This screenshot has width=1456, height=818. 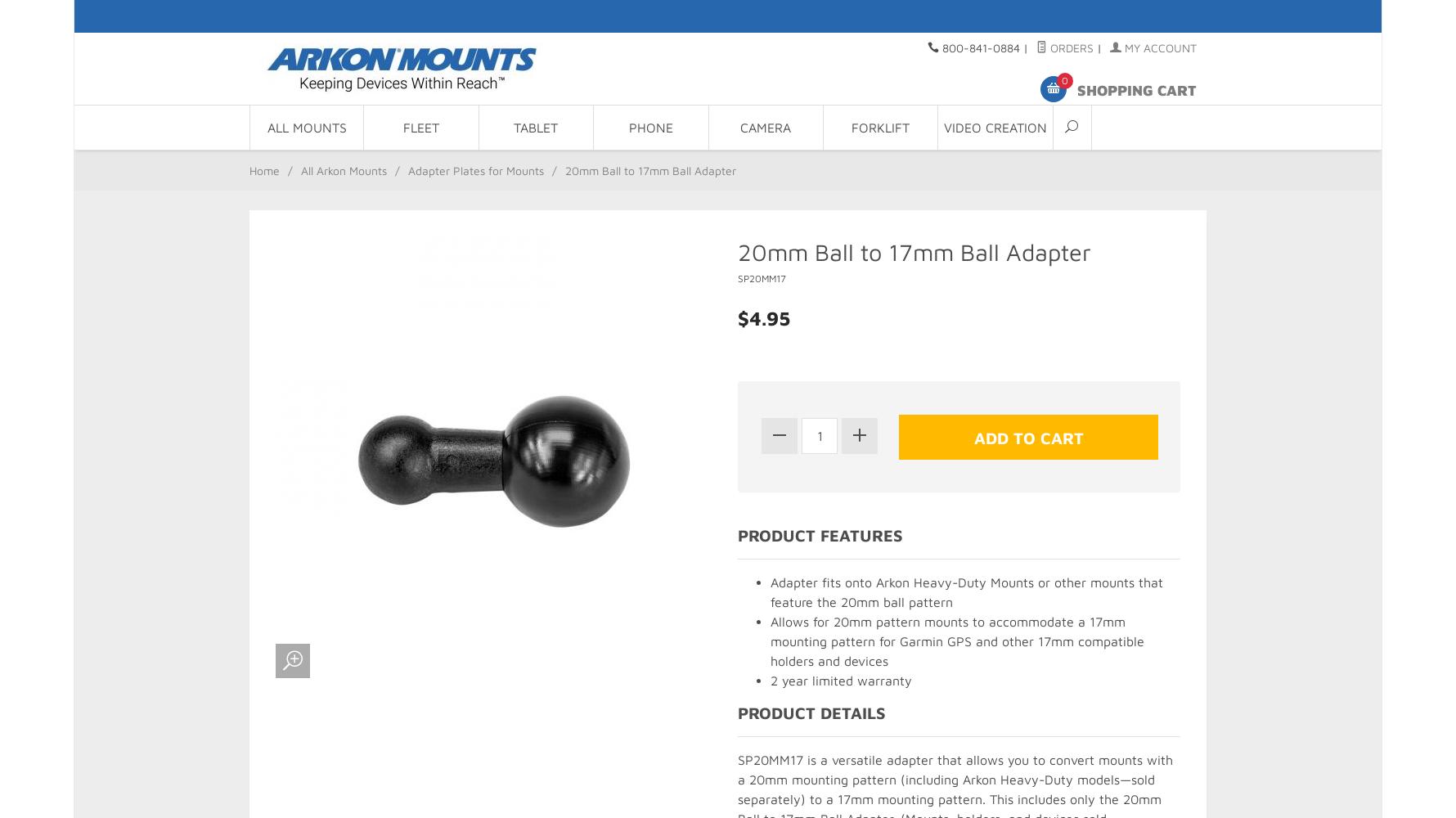 What do you see at coordinates (343, 169) in the screenshot?
I see `'All Arkon Mounts'` at bounding box center [343, 169].